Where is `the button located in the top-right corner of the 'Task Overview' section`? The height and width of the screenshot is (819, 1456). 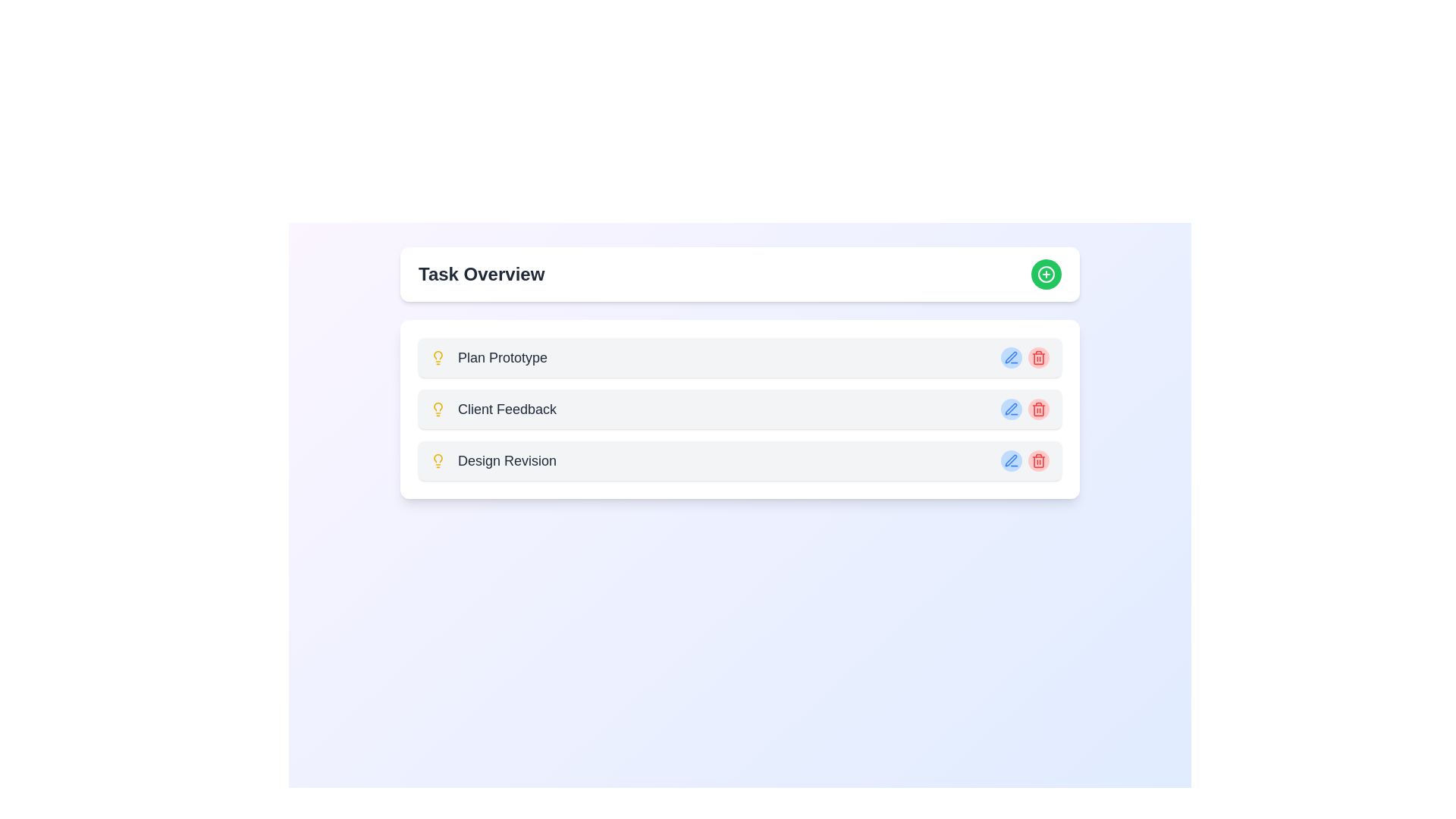
the button located in the top-right corner of the 'Task Overview' section is located at coordinates (1046, 275).